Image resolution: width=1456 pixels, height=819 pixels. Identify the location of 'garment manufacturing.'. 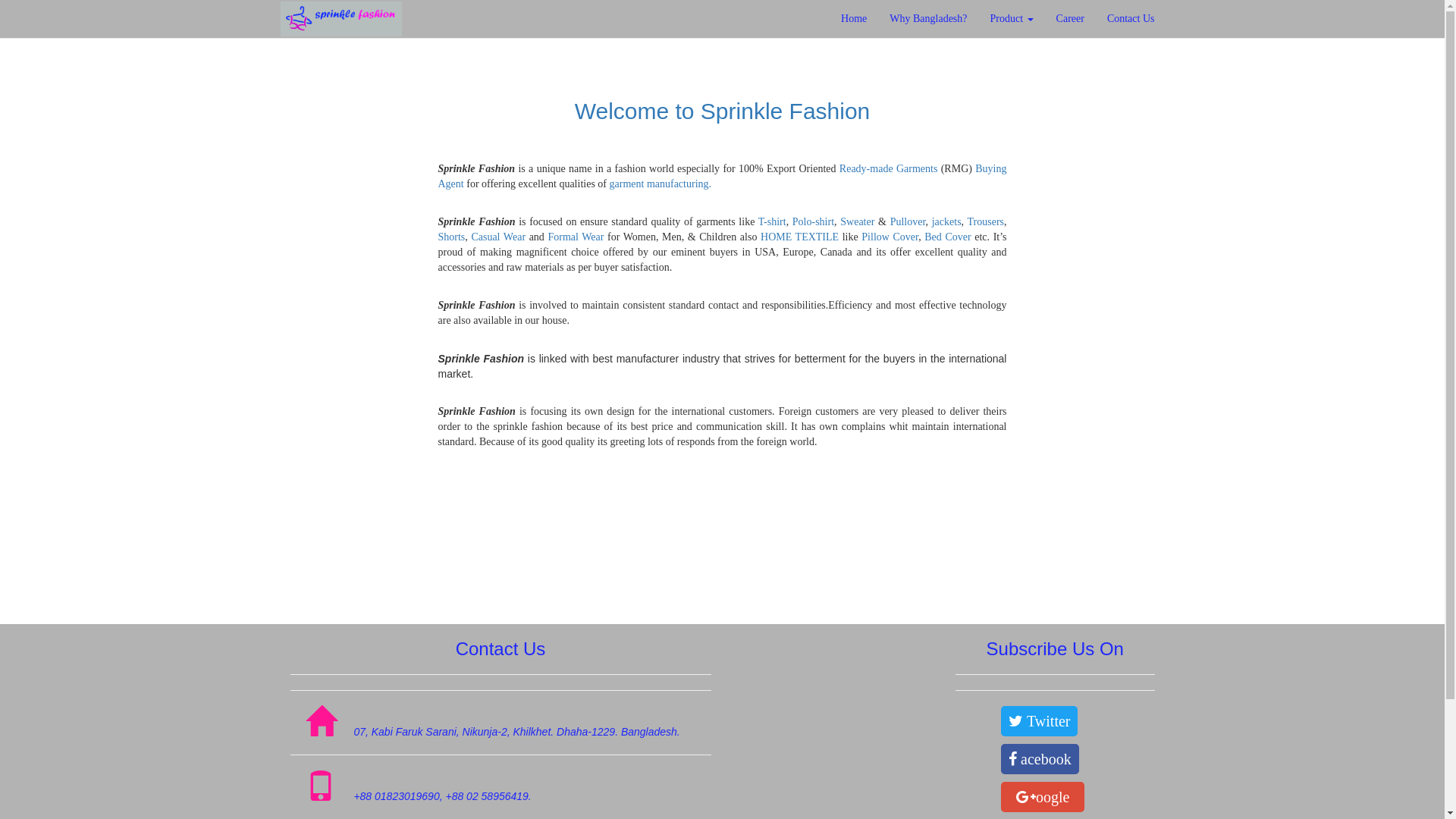
(661, 183).